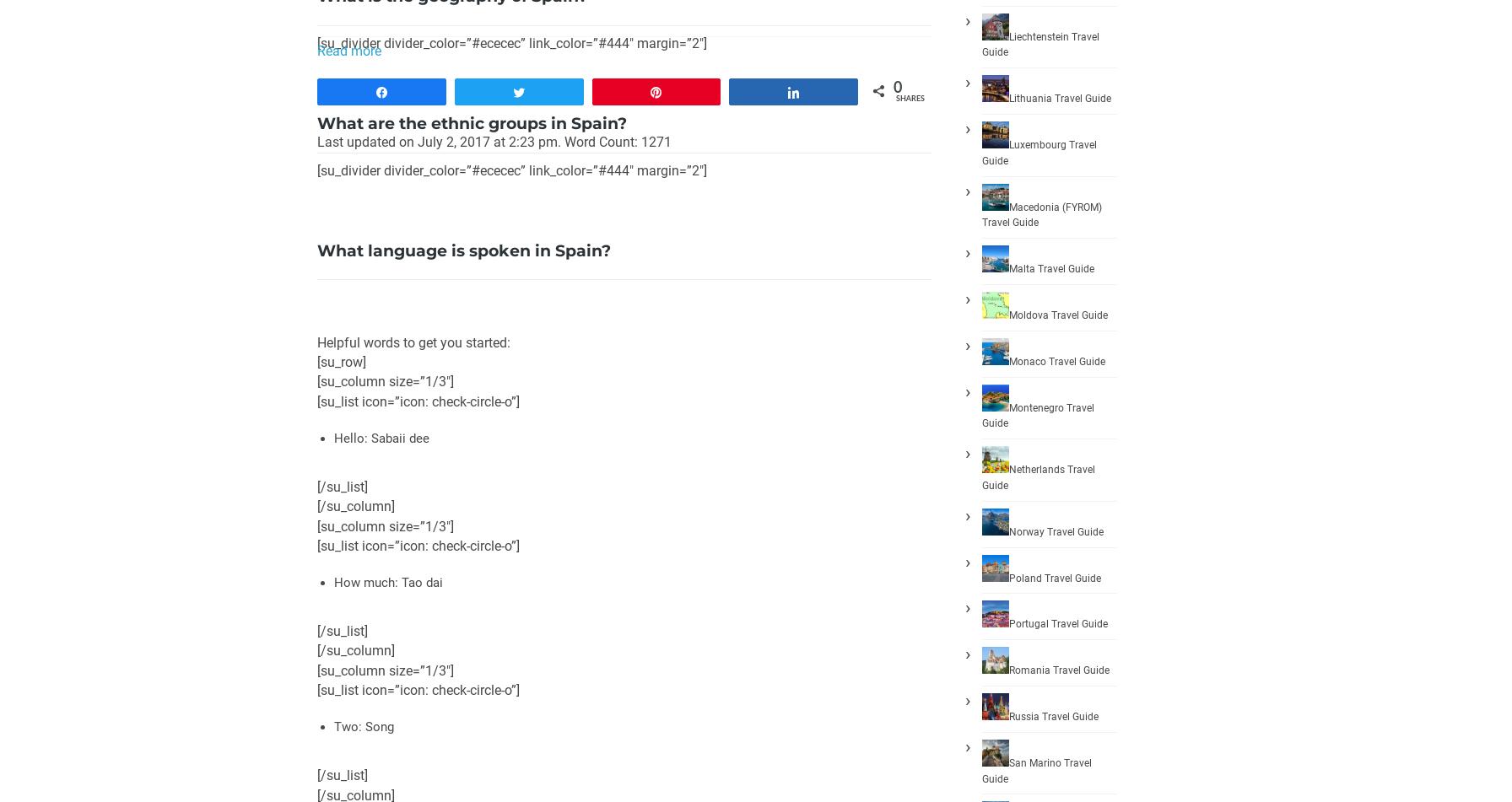 The height and width of the screenshot is (802, 1512). I want to click on 'Liechtenstein Travel Guide', so click(1040, 44).